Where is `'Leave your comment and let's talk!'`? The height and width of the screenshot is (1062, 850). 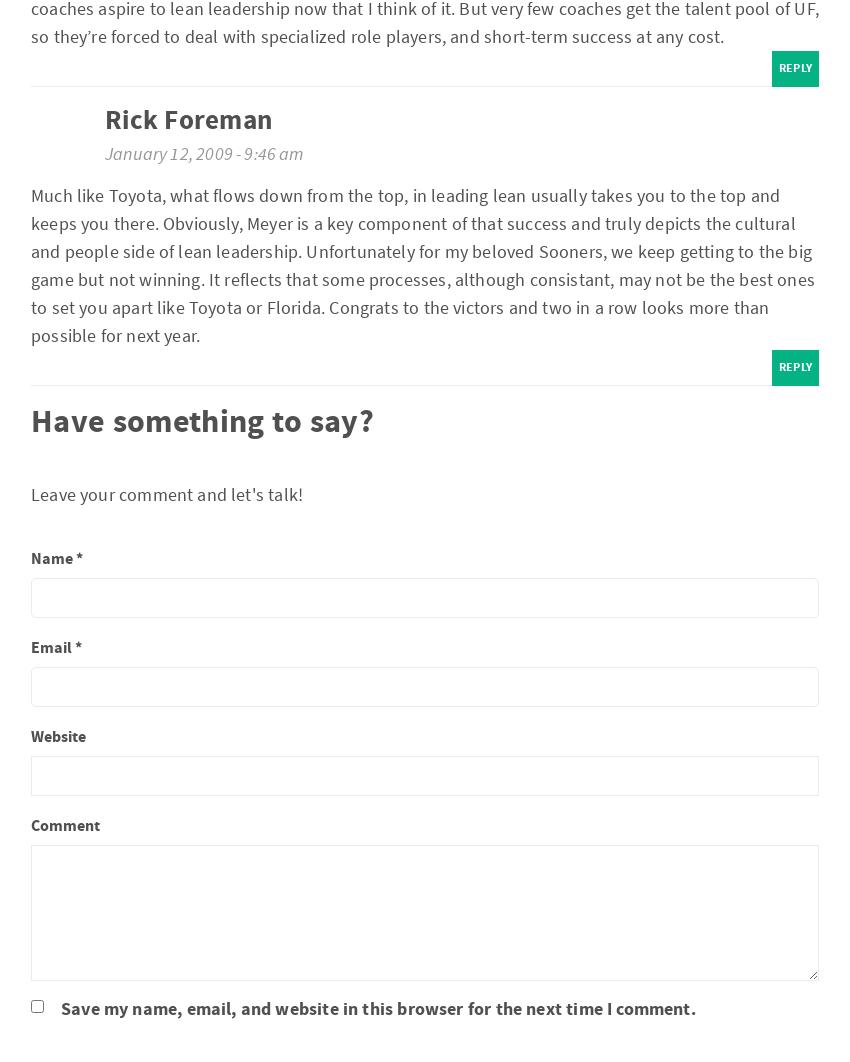 'Leave your comment and let's talk!' is located at coordinates (167, 492).